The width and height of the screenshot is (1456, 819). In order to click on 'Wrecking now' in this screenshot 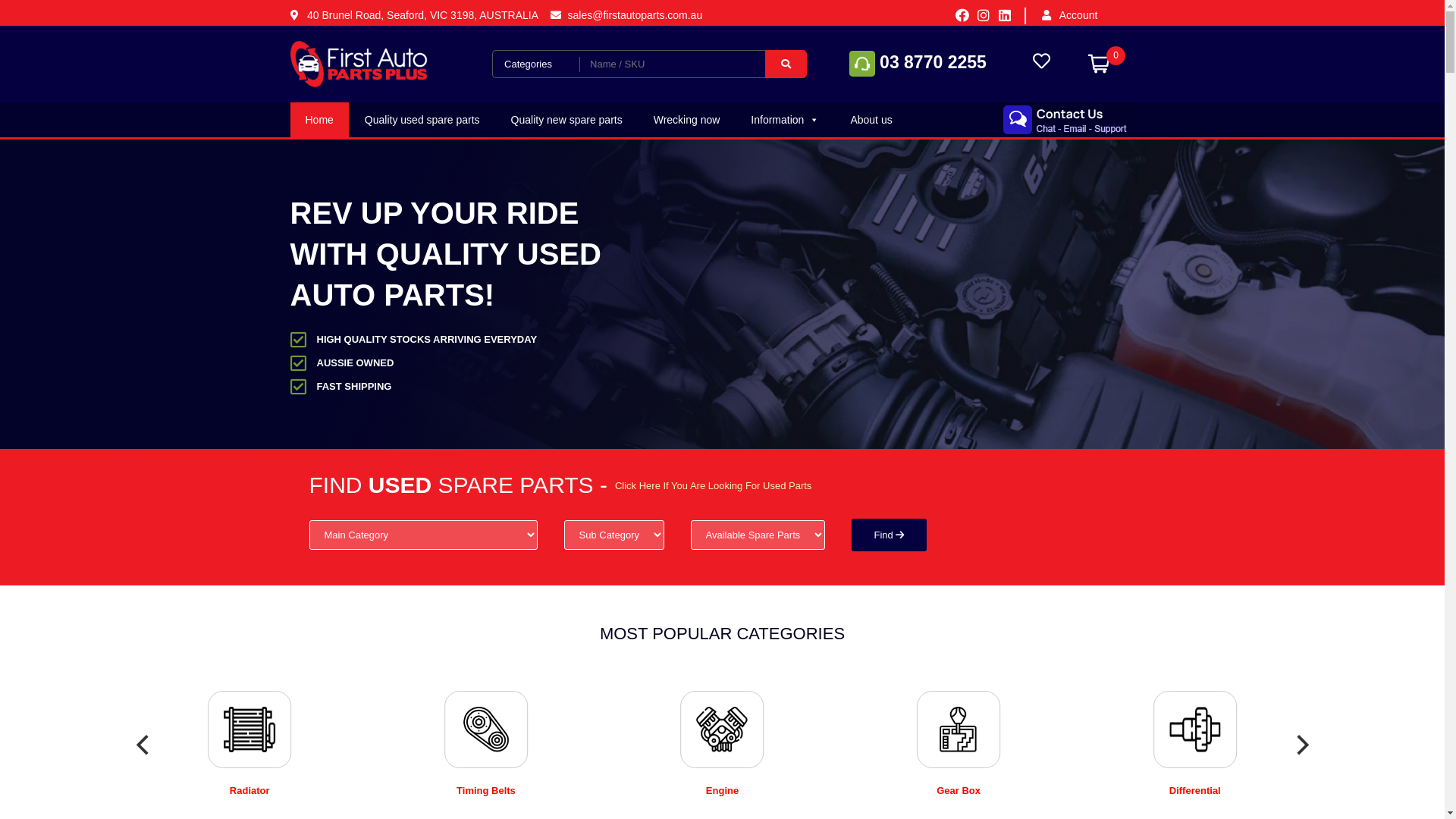, I will do `click(686, 119)`.